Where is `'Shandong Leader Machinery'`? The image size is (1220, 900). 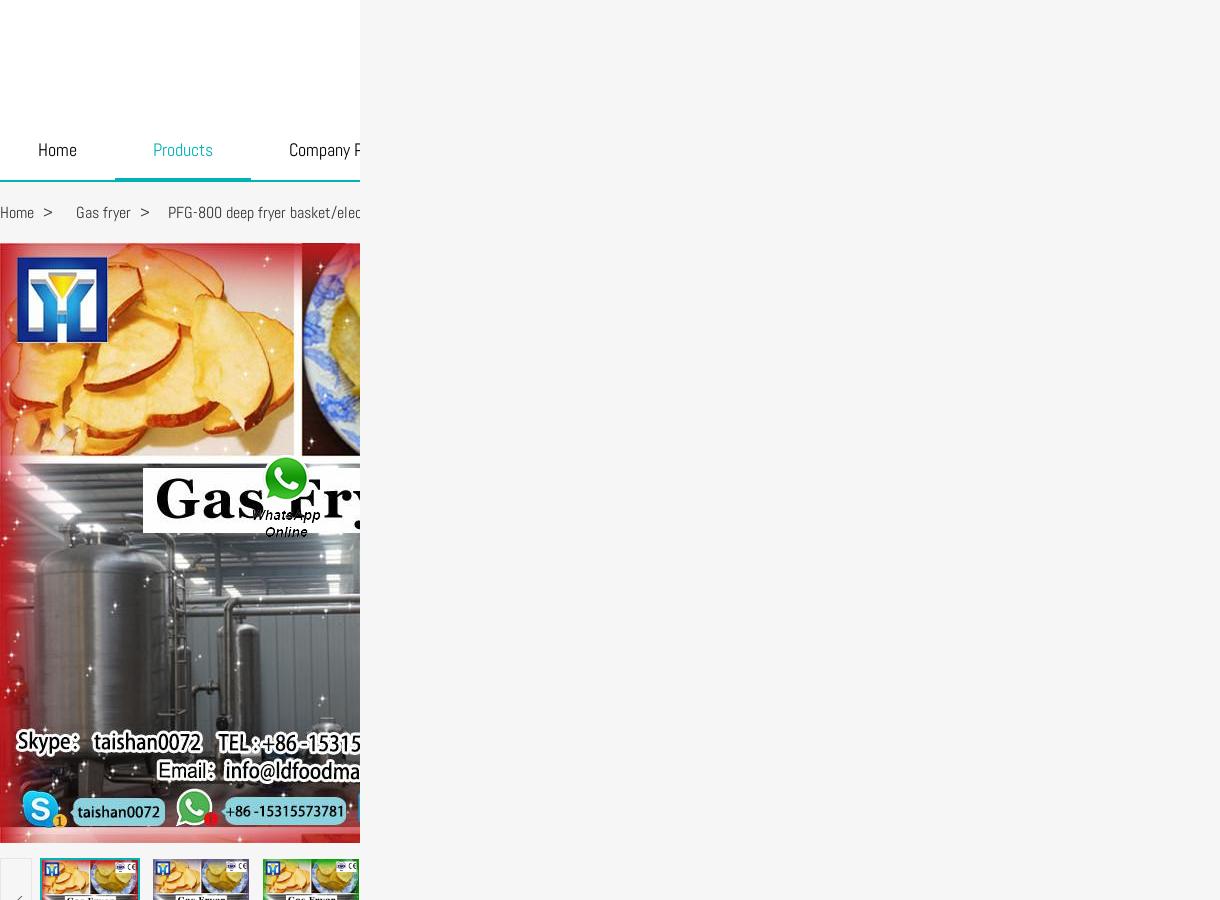
'Shandong Leader Machinery' is located at coordinates (625, 58).